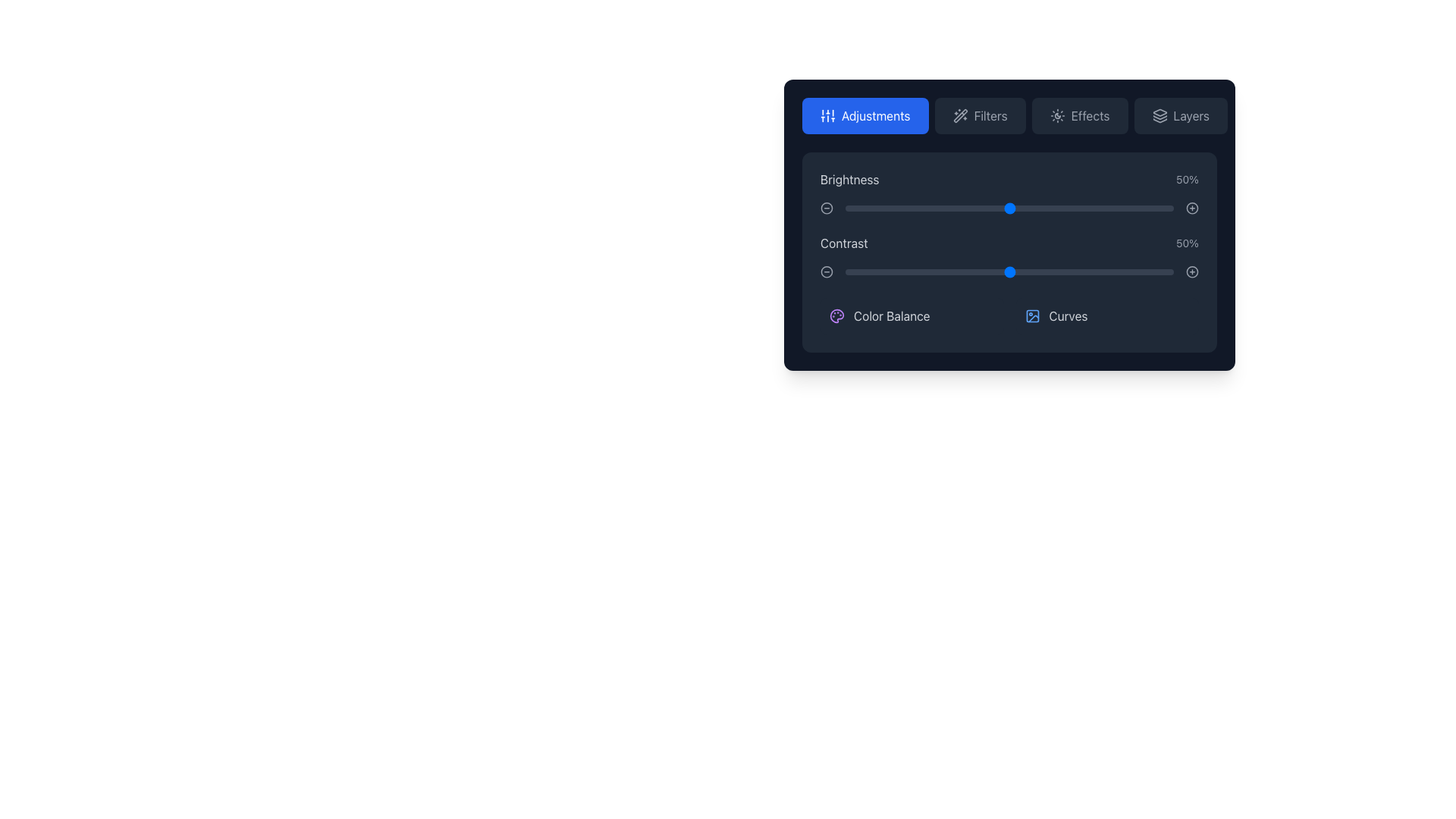  What do you see at coordinates (876, 115) in the screenshot?
I see `the navigational button` at bounding box center [876, 115].